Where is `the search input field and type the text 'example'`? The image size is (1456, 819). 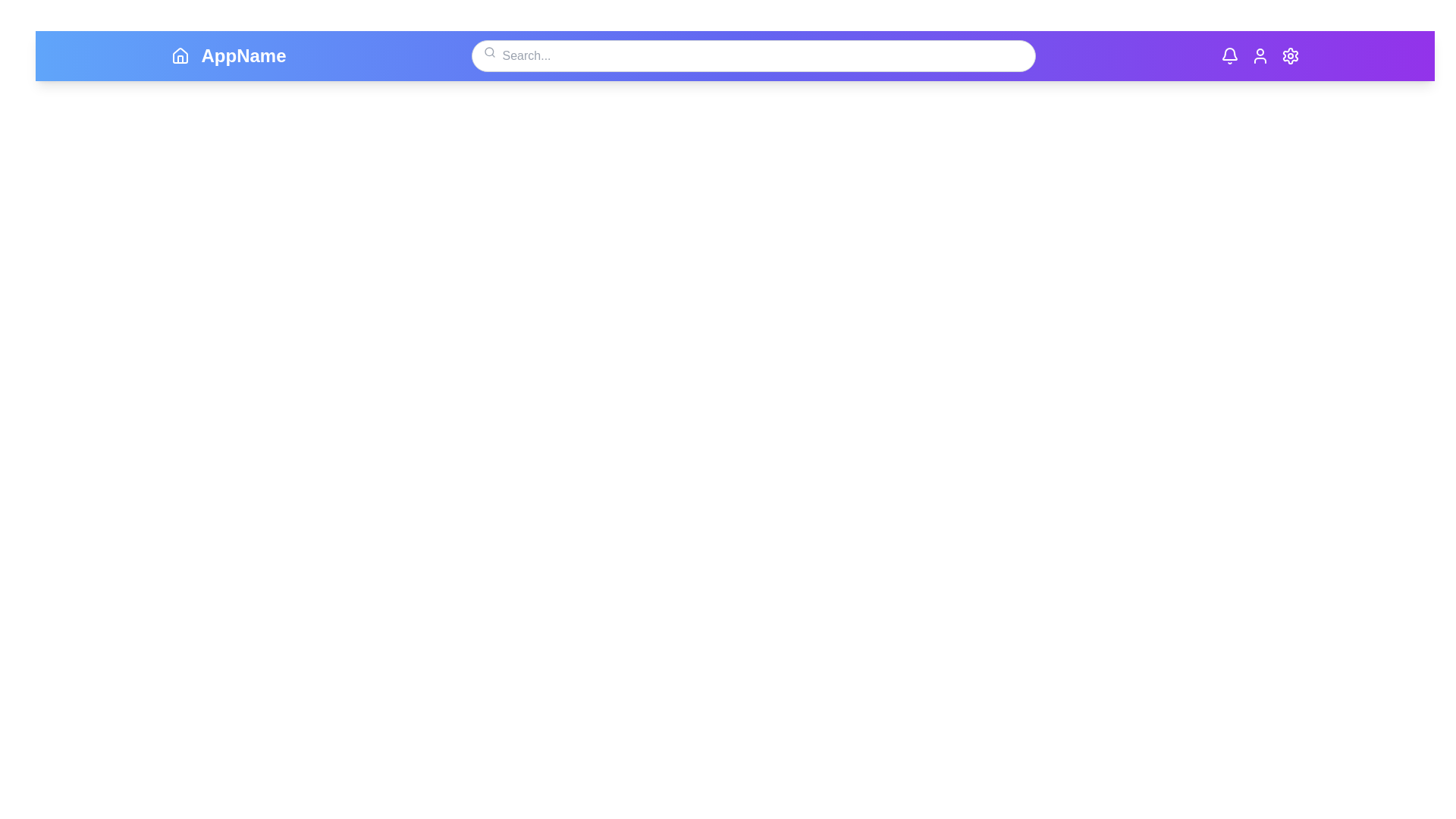
the search input field and type the text 'example' is located at coordinates (753, 55).